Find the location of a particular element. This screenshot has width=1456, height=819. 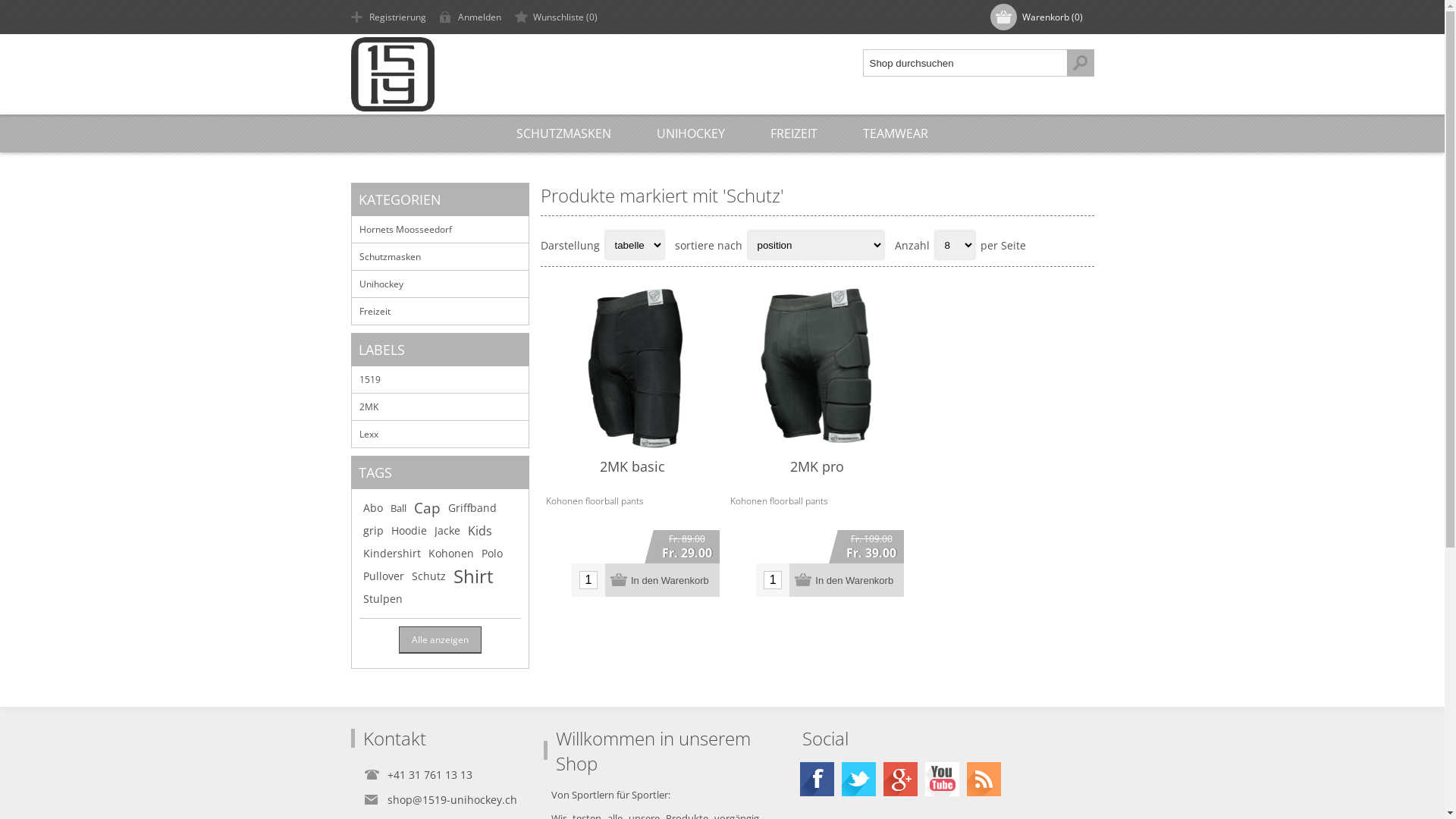

'Kohonen' is located at coordinates (427, 553).